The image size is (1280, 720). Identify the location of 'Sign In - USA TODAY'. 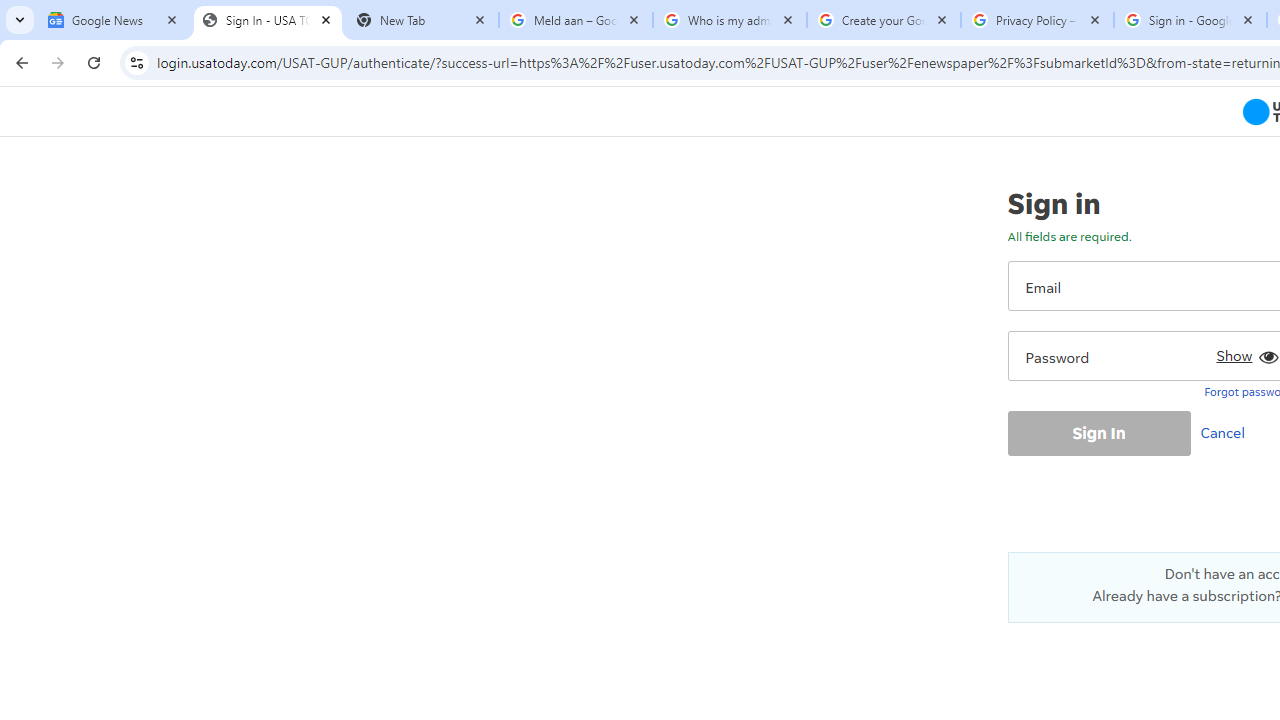
(267, 20).